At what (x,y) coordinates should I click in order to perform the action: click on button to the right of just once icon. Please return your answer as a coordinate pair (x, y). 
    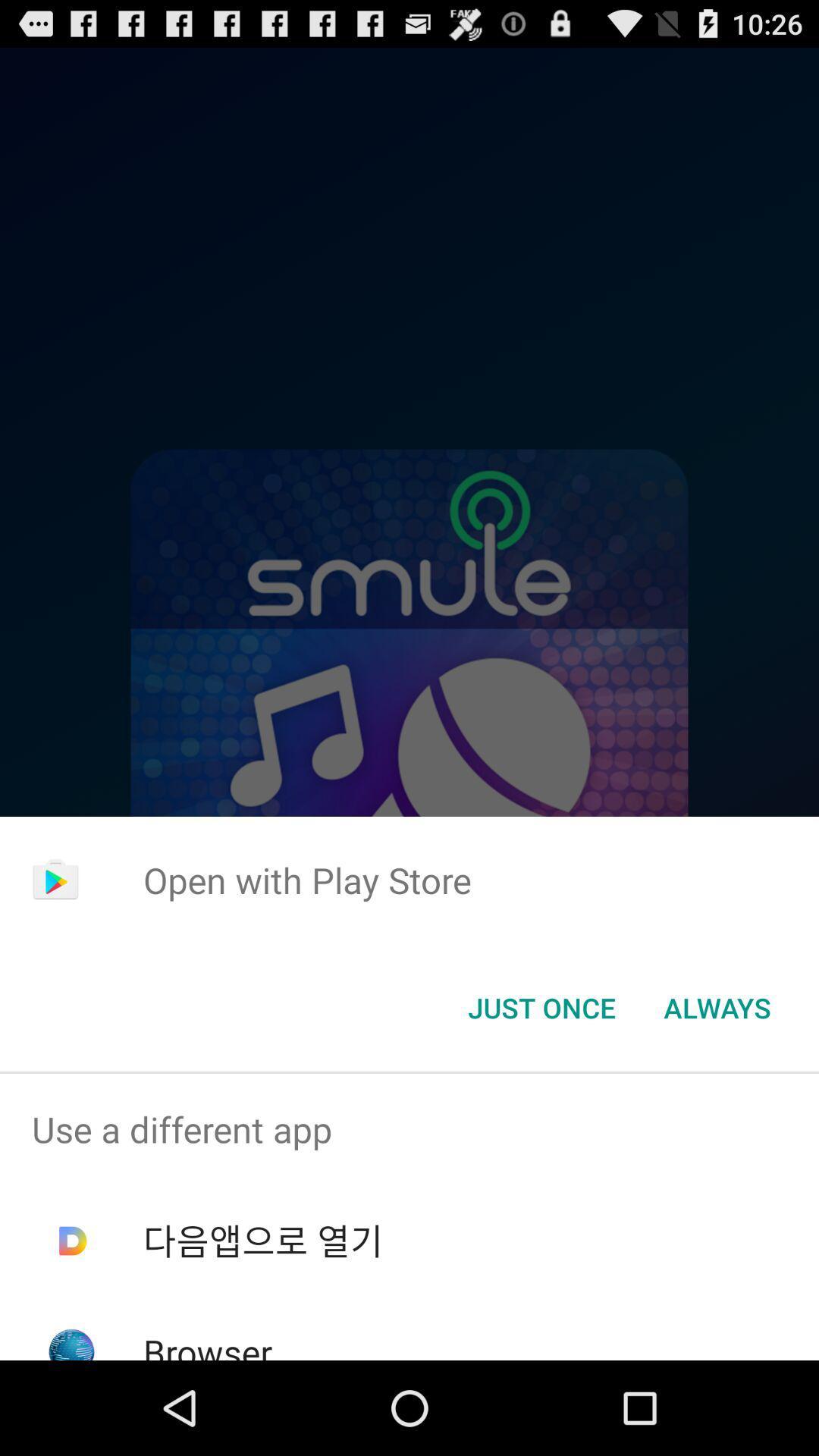
    Looking at the image, I should click on (717, 1008).